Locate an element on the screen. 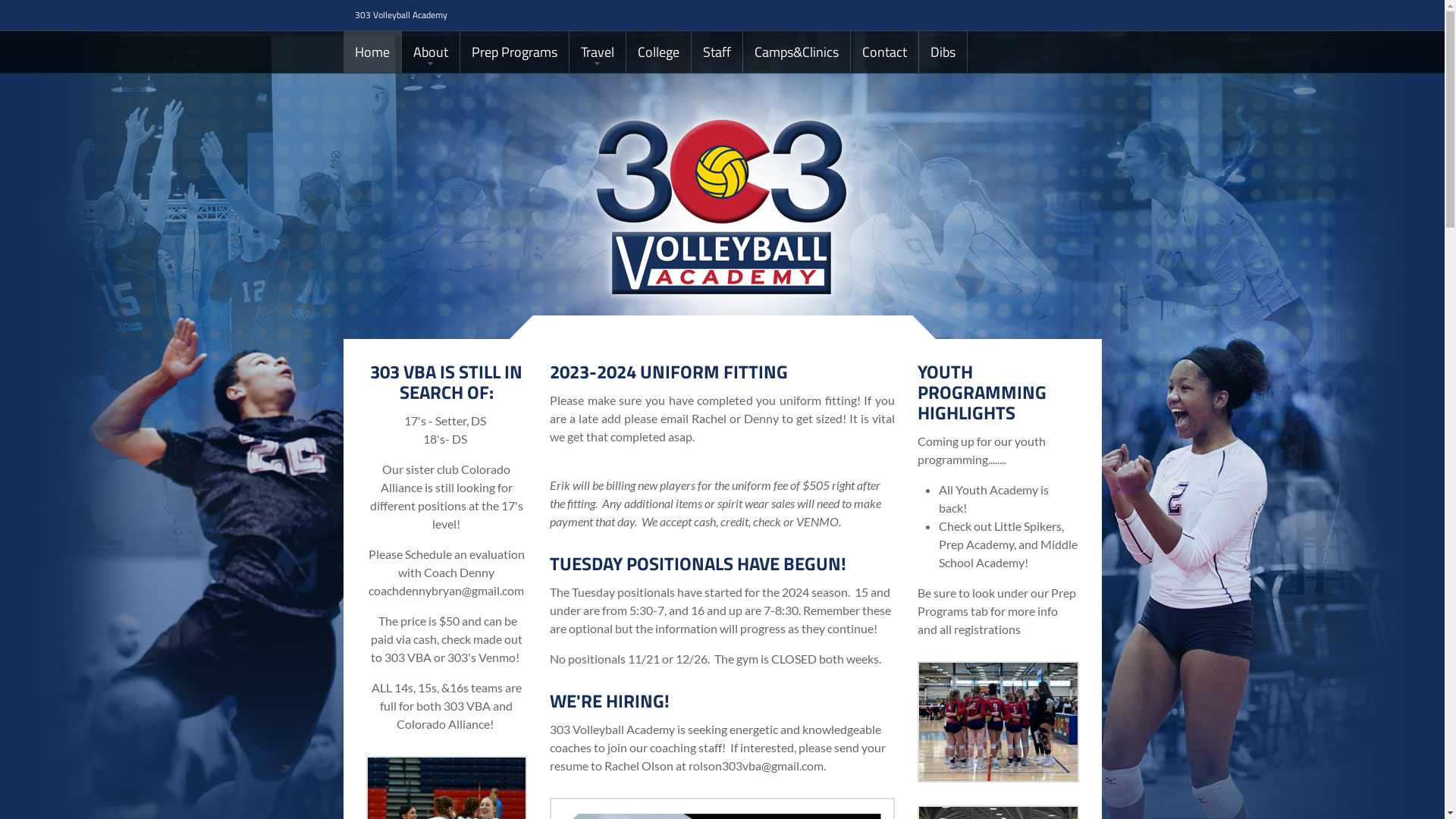 This screenshot has width=1456, height=819. 'College' is located at coordinates (658, 51).